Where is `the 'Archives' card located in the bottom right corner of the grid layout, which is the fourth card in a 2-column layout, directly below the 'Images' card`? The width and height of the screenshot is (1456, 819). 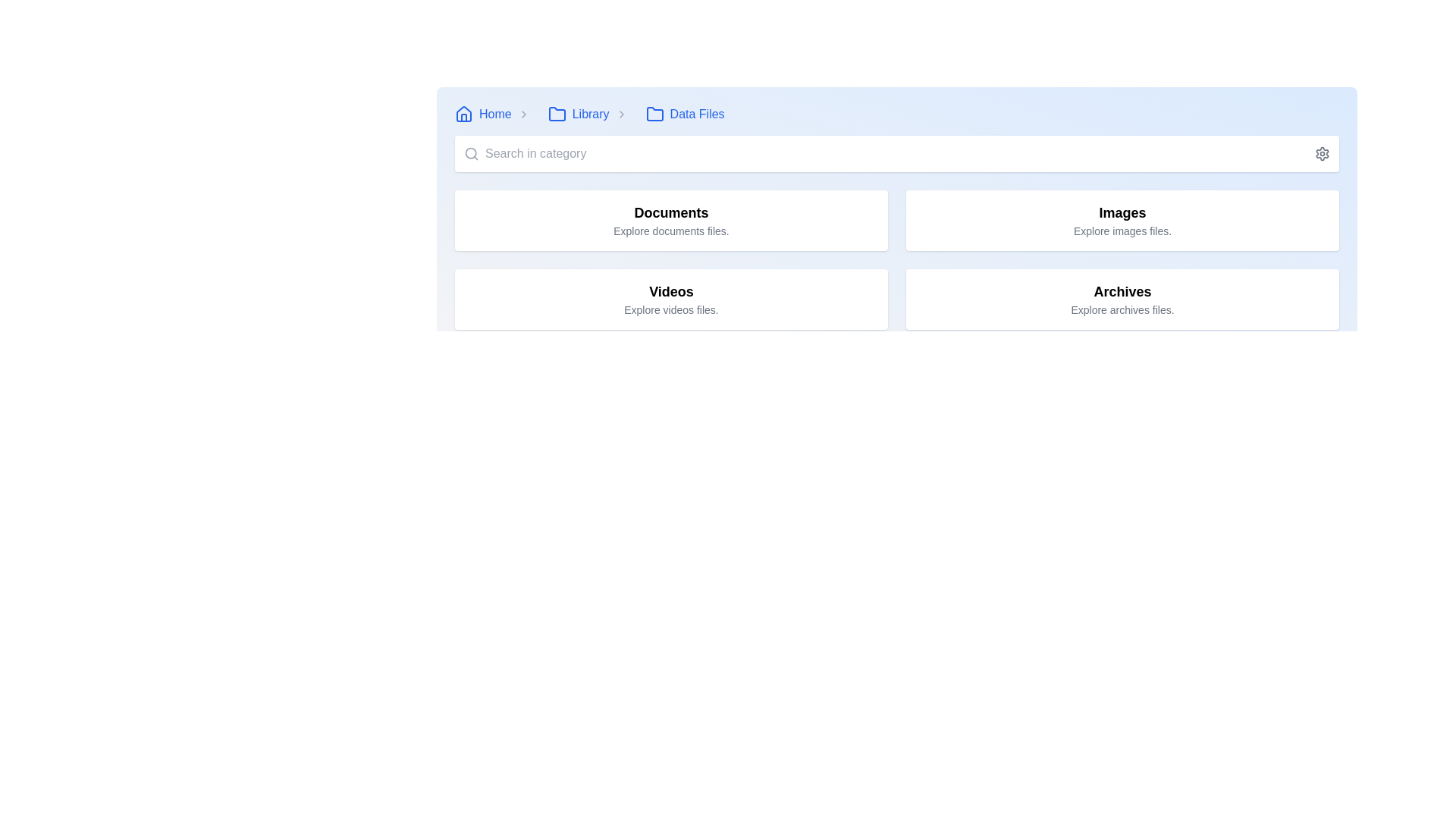
the 'Archives' card located in the bottom right corner of the grid layout, which is the fourth card in a 2-column layout, directly below the 'Images' card is located at coordinates (1122, 299).